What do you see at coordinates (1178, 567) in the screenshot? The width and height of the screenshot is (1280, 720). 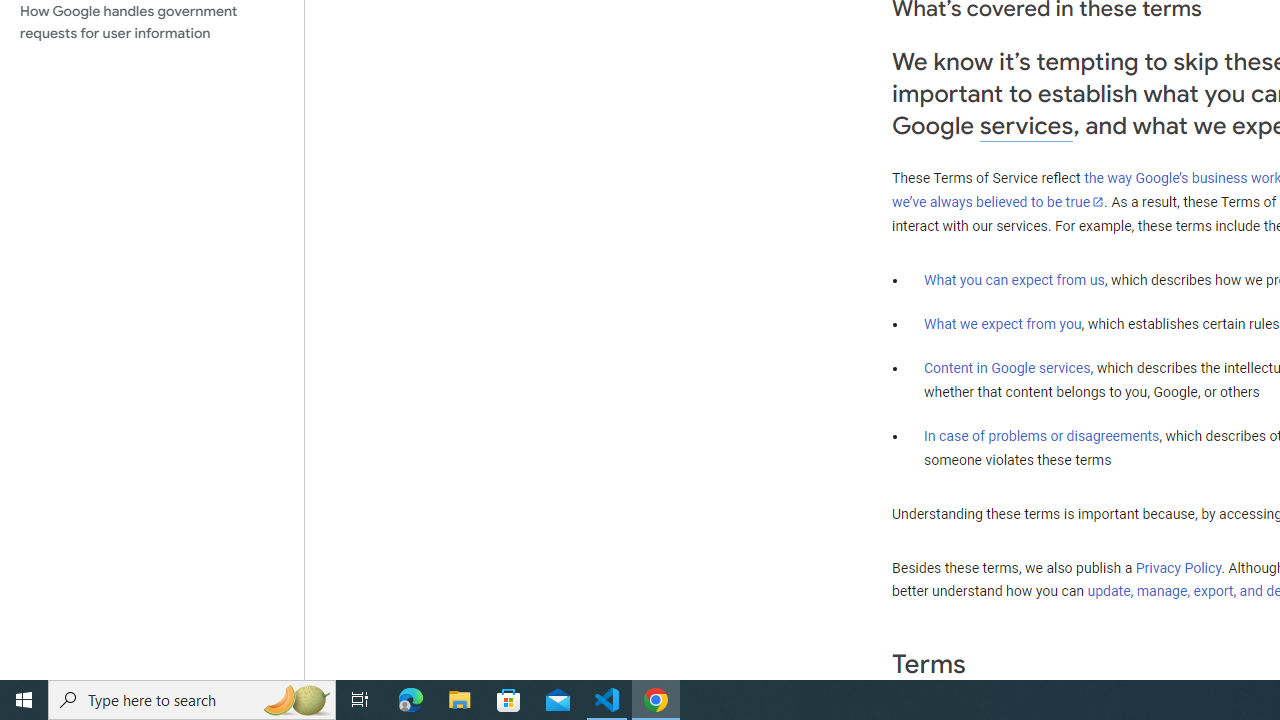 I see `'Privacy Policy'` at bounding box center [1178, 567].